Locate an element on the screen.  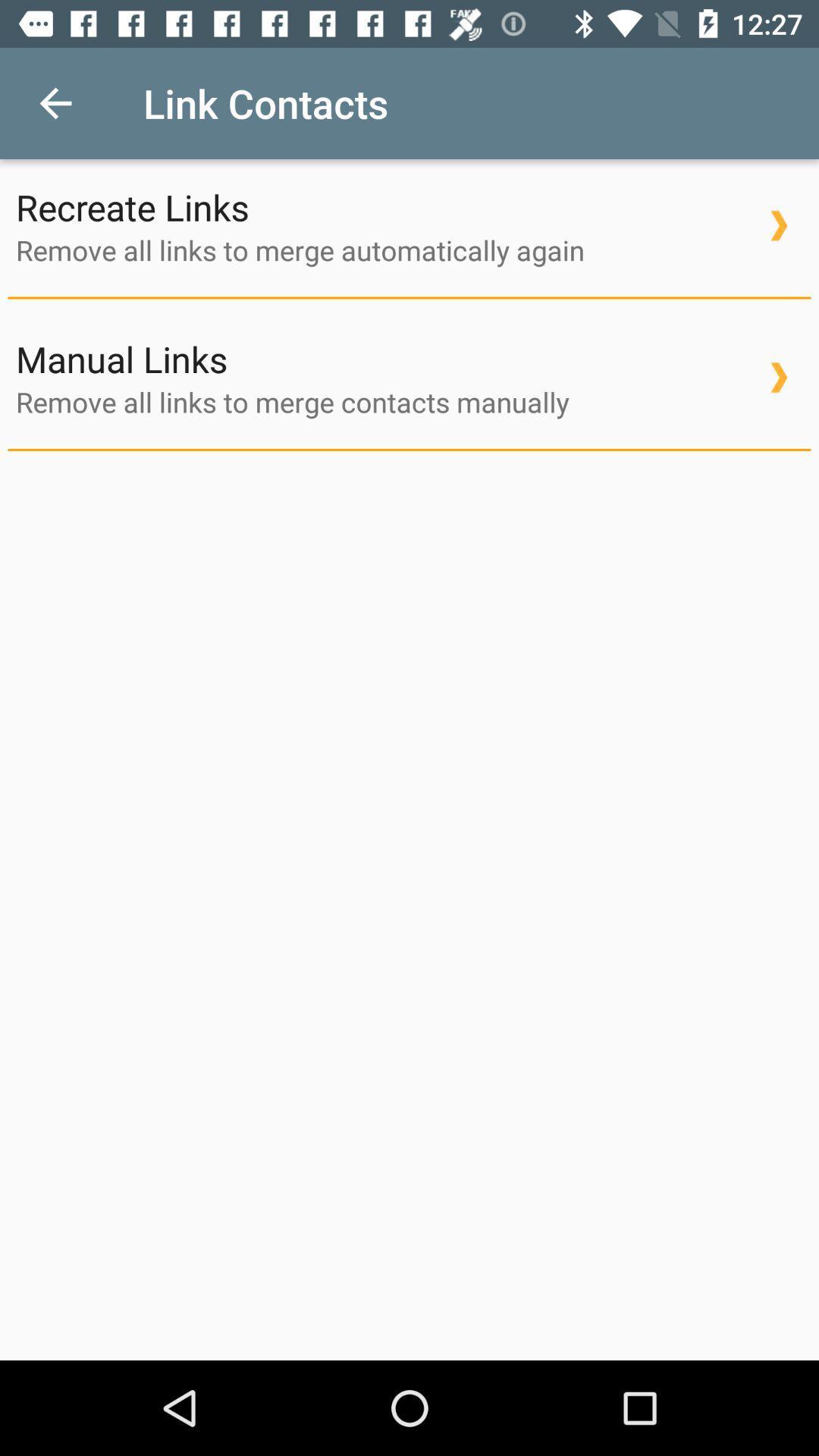
the item above recreate links icon is located at coordinates (55, 102).